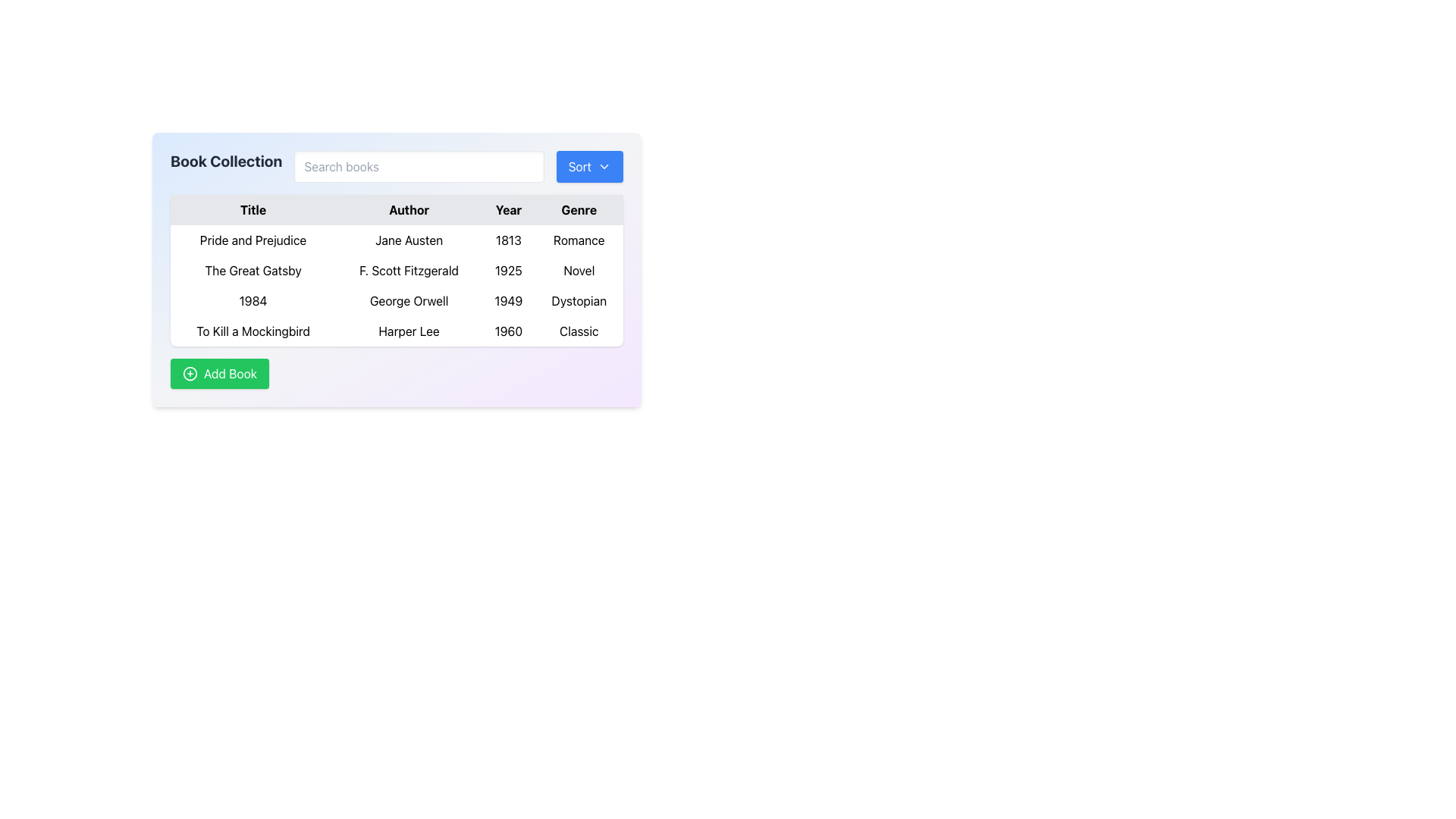 This screenshot has width=1456, height=819. What do you see at coordinates (397, 239) in the screenshot?
I see `table row displaying the book information for 'Pride and Prejudice' by 'Jane Austen', published in '1813', categorized as 'Romance'` at bounding box center [397, 239].